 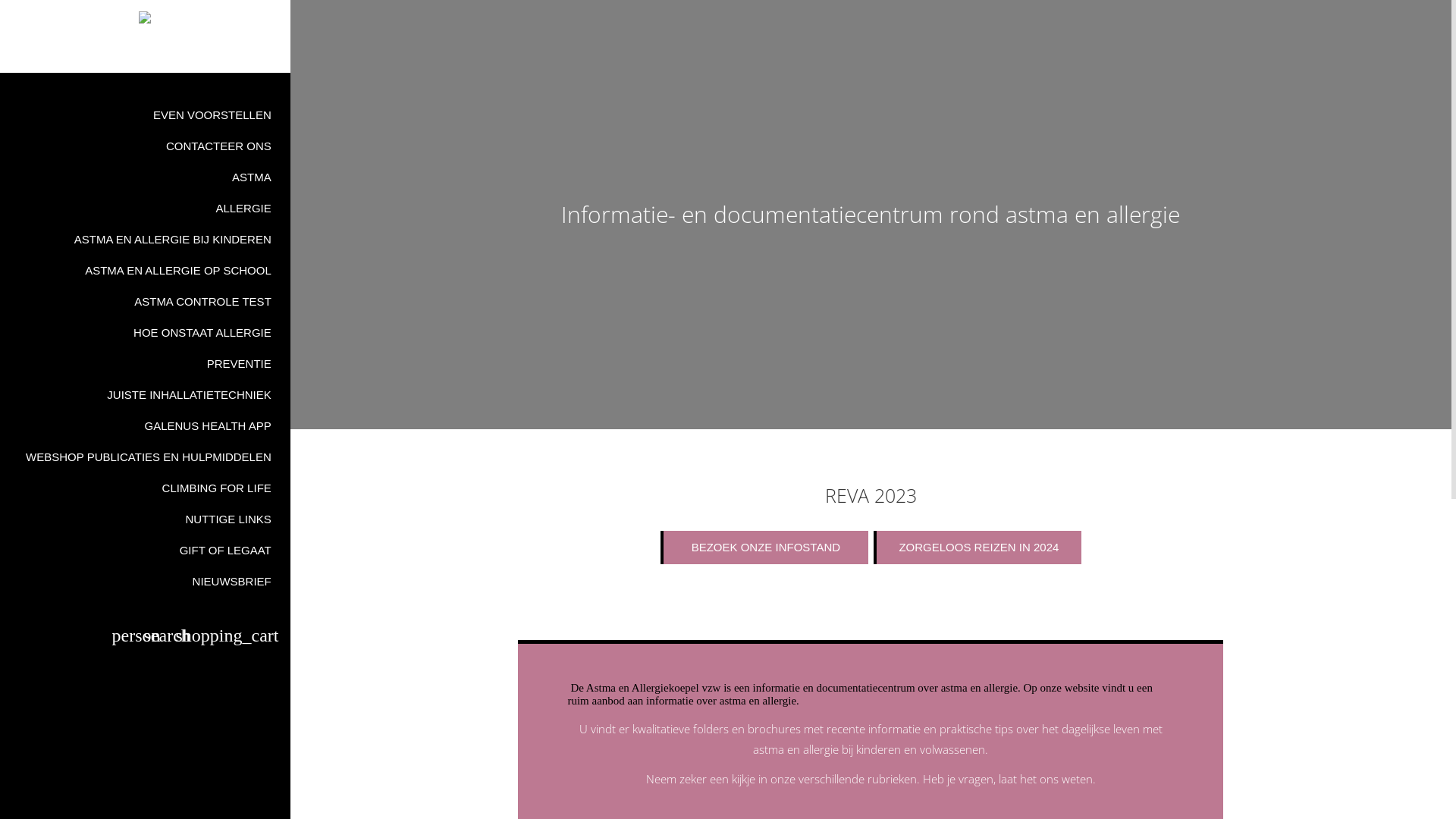 What do you see at coordinates (145, 17) in the screenshot?
I see `'Astma en Allergiekoepel vzw'` at bounding box center [145, 17].